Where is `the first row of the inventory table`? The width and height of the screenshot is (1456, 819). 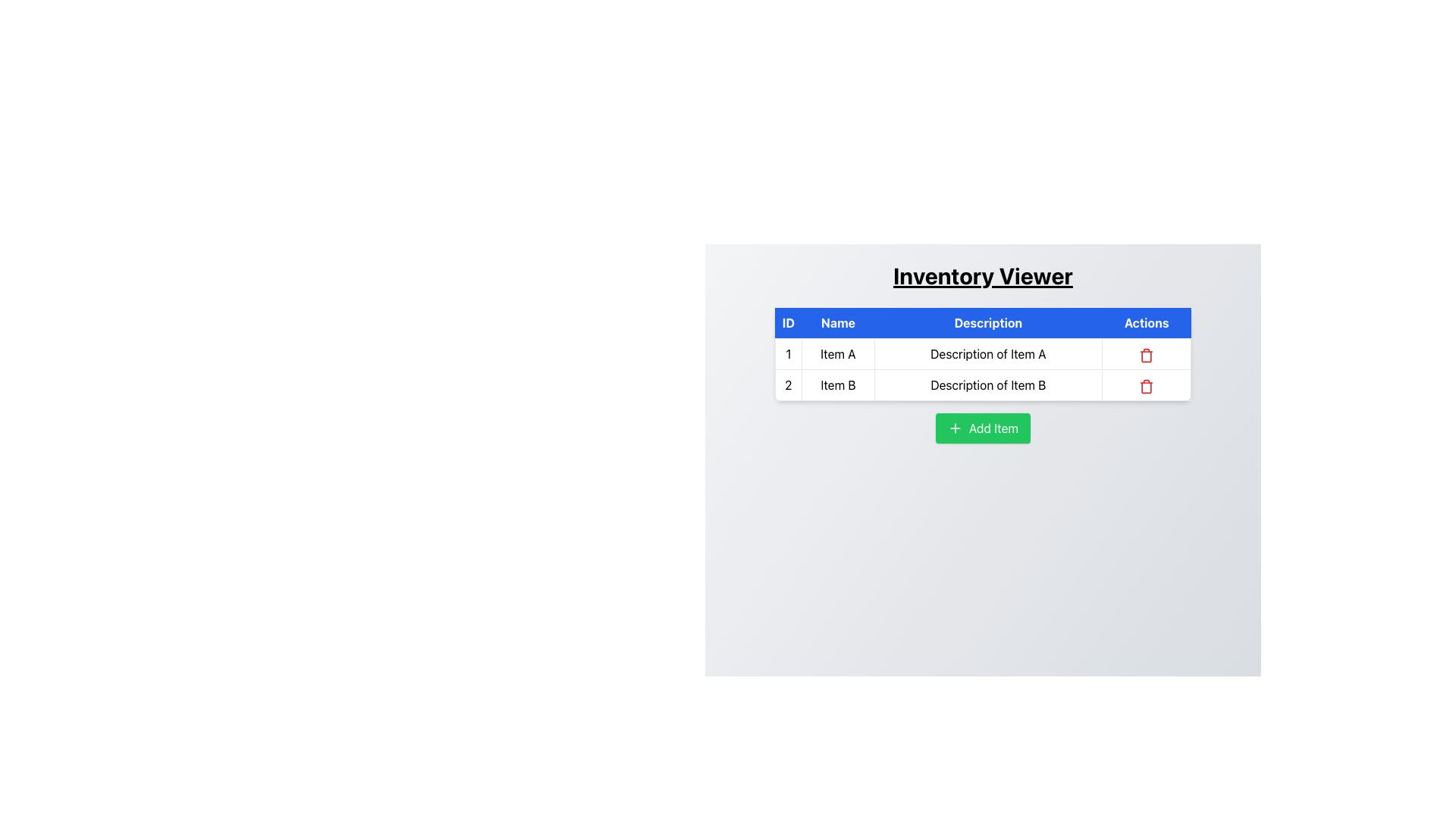
the first row of the inventory table is located at coordinates (983, 353).